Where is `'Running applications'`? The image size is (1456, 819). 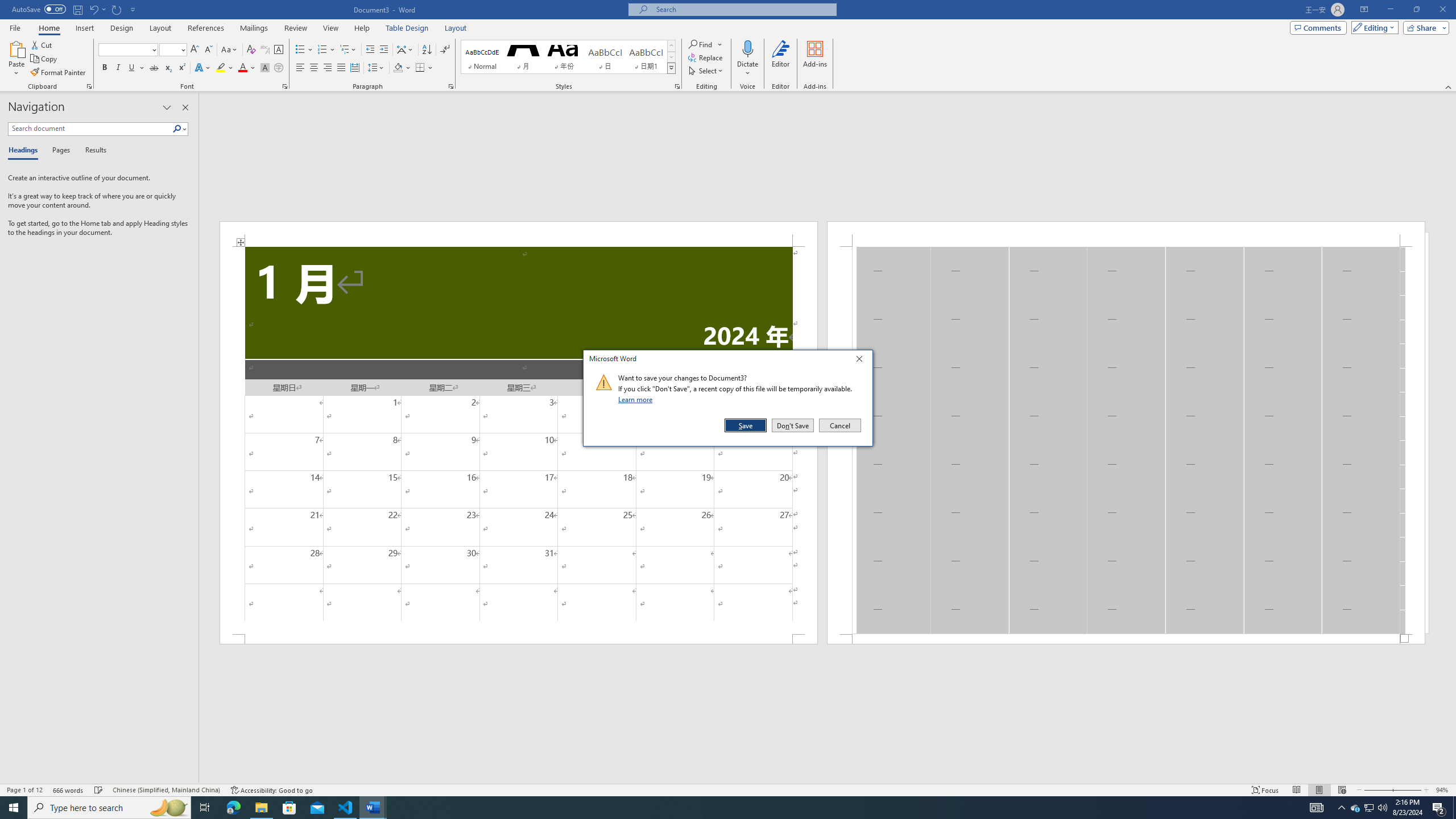
'Running applications' is located at coordinates (717, 806).